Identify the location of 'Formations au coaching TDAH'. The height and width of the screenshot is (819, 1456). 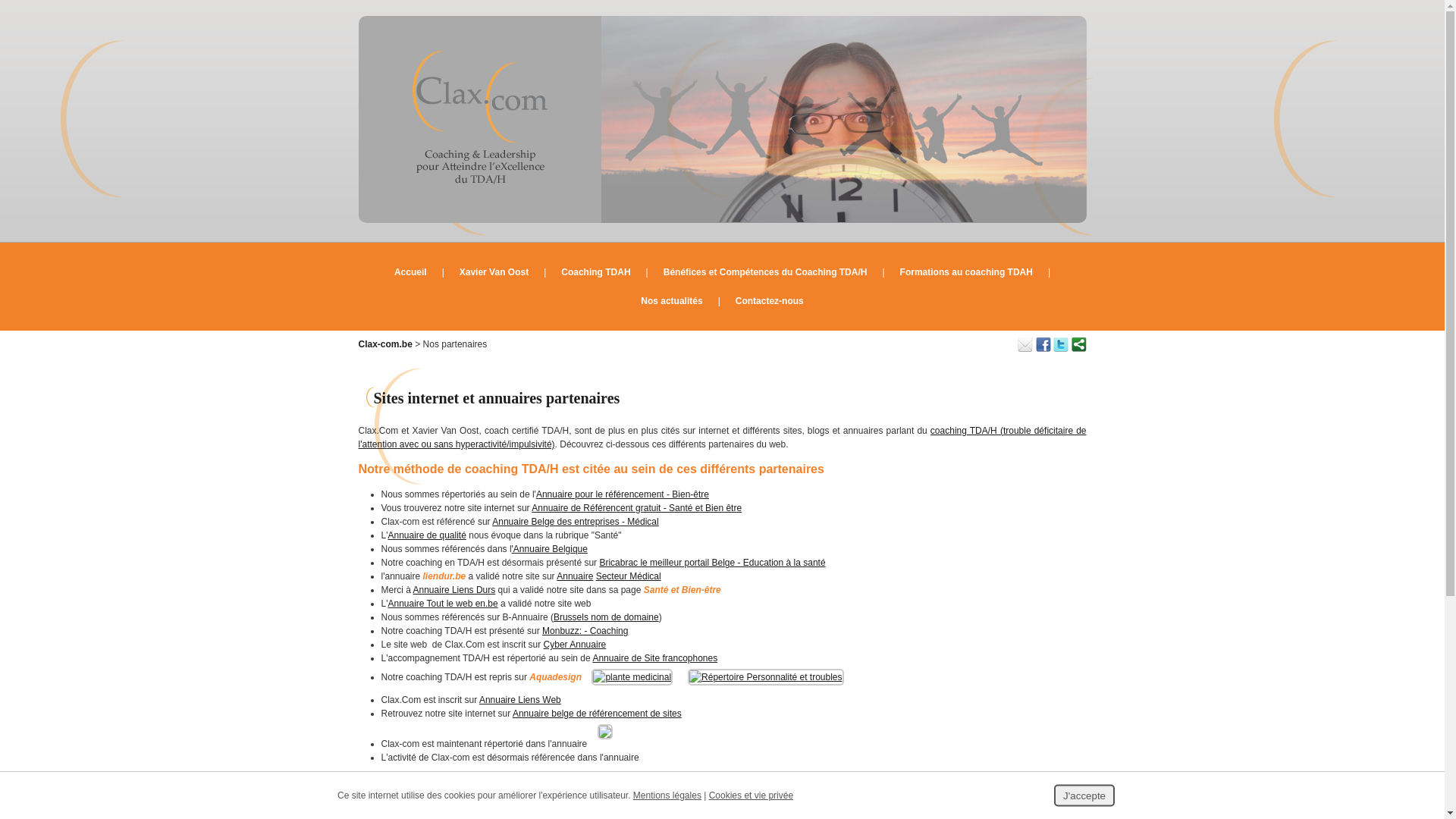
(965, 271).